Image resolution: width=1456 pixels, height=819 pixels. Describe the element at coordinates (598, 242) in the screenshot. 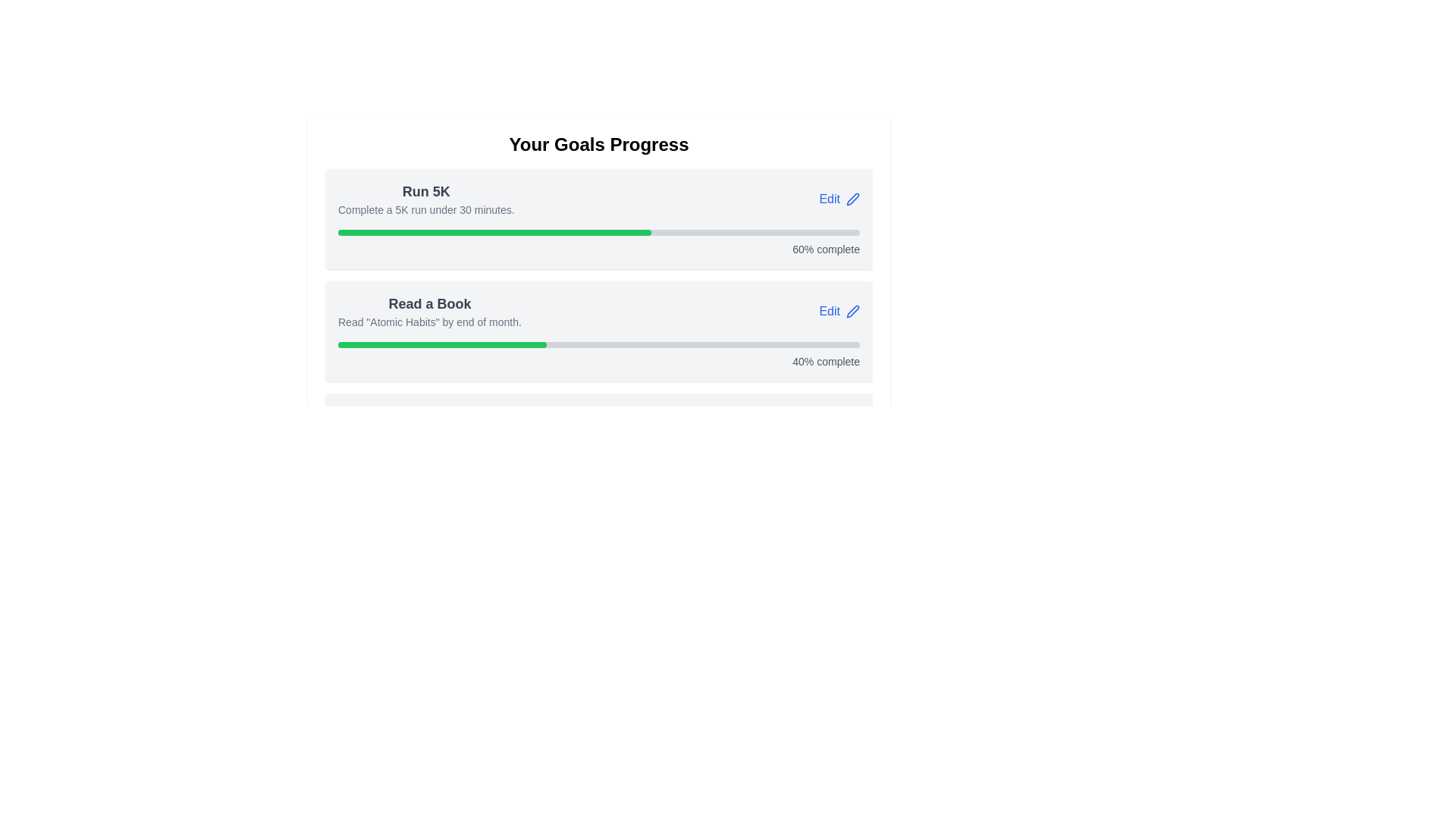

I see `the Progress Indicator for the 'Run 5K' goal` at that location.